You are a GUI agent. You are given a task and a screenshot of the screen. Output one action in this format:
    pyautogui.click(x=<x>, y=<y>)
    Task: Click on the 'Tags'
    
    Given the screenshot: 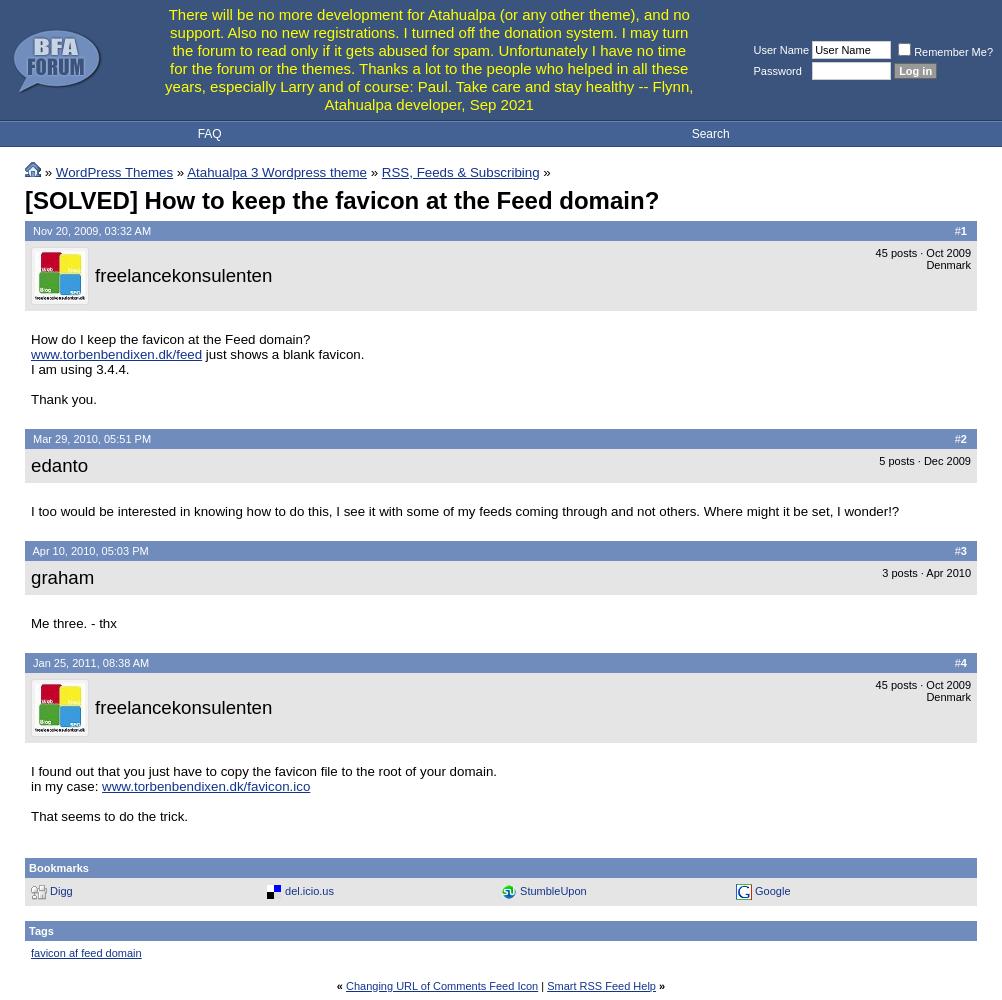 What is the action you would take?
    pyautogui.click(x=40, y=930)
    